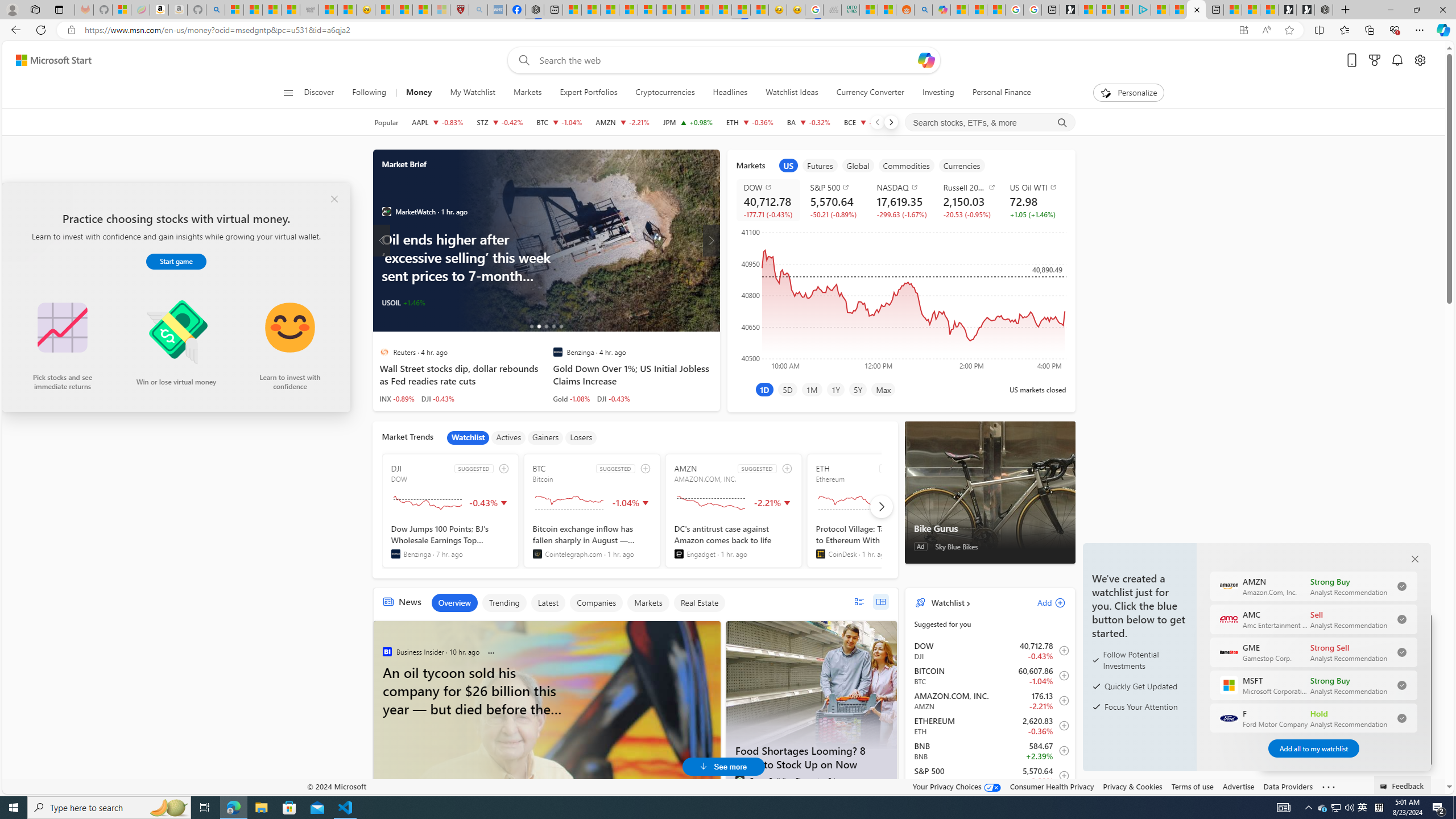 The height and width of the screenshot is (819, 1456). Describe the element at coordinates (176, 261) in the screenshot. I see `'Start game'` at that location.